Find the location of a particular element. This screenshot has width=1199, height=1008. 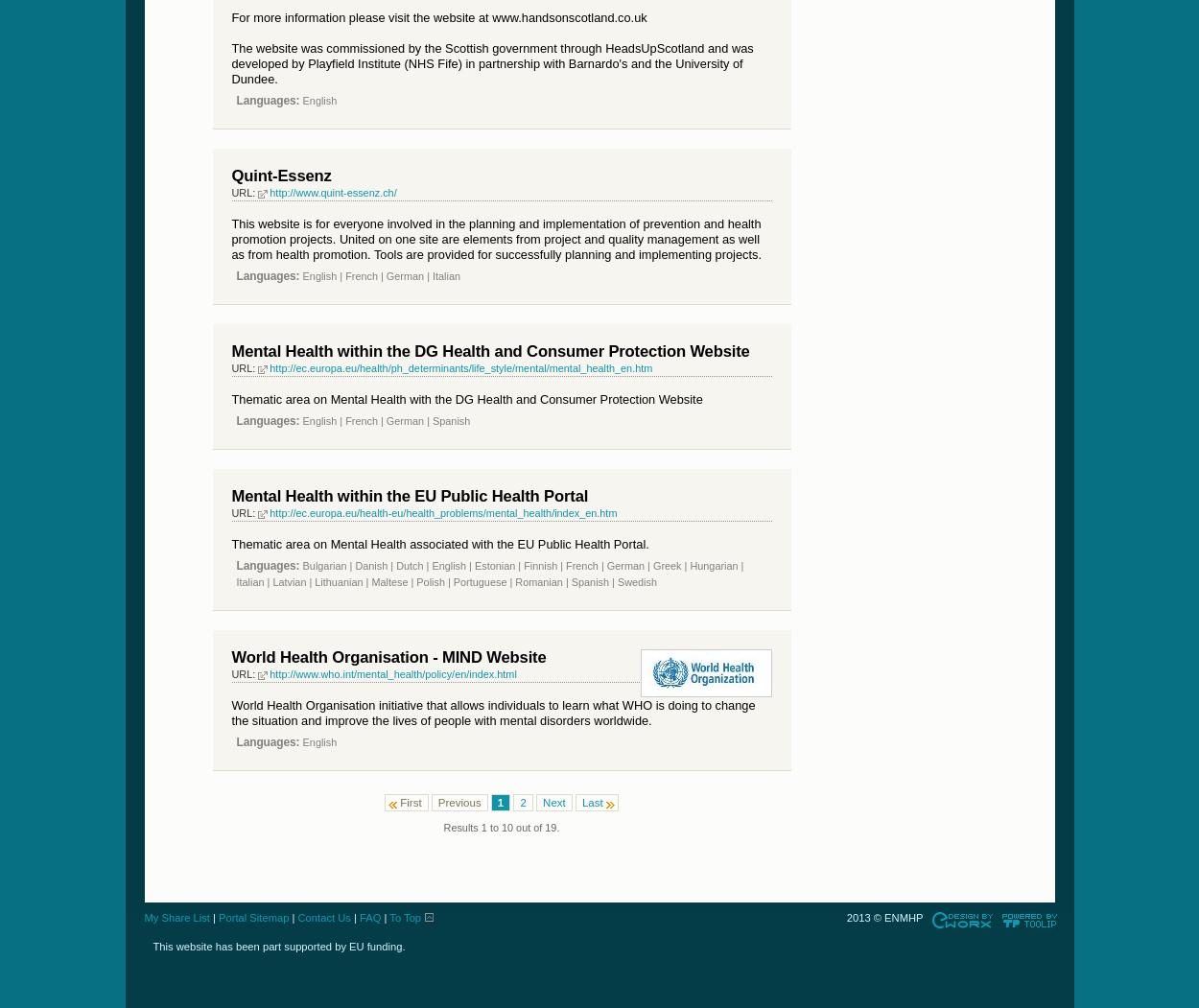

'Next' is located at coordinates (542, 801).